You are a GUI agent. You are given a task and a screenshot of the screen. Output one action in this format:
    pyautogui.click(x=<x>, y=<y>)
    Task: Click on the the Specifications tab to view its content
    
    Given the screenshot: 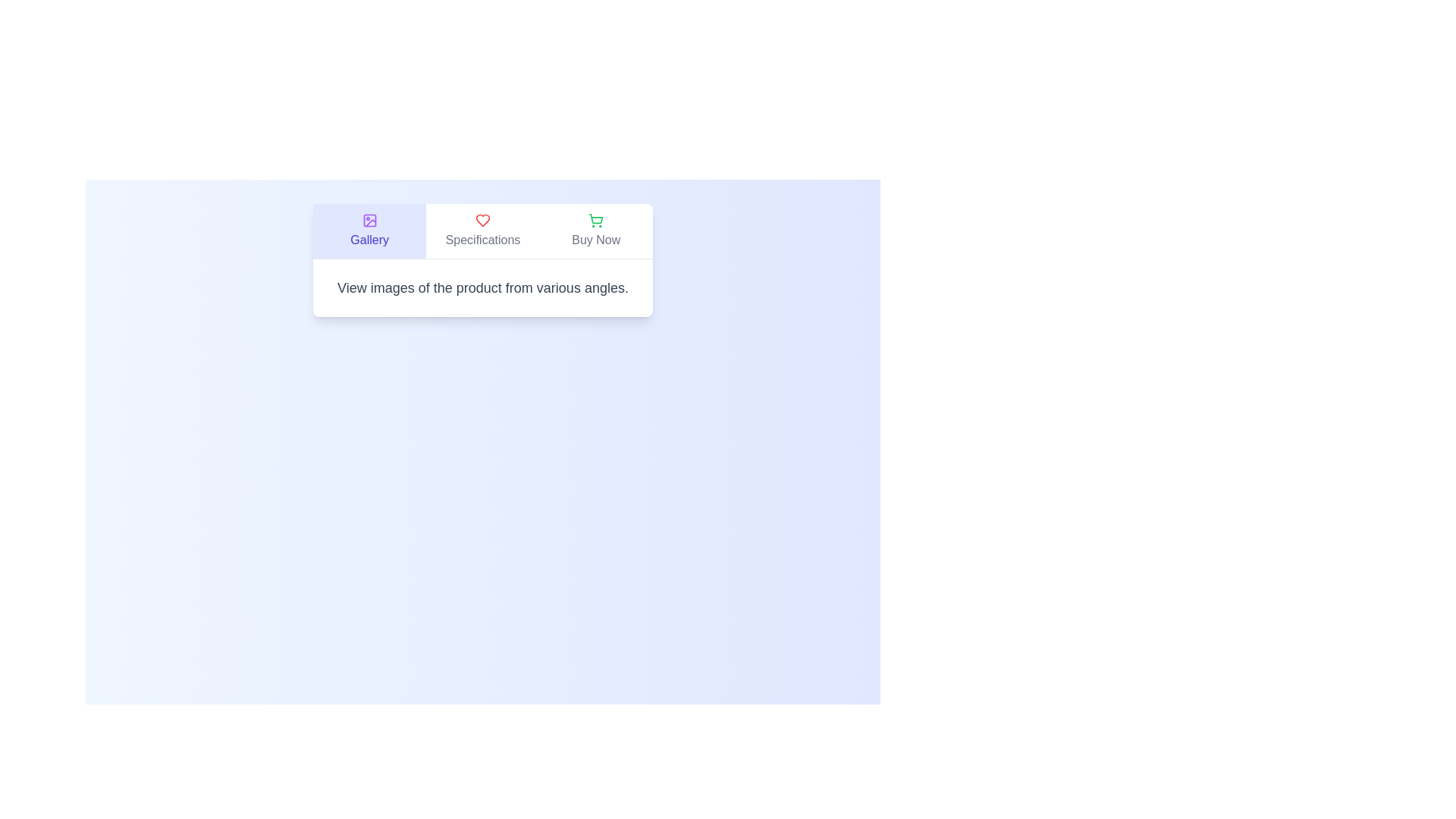 What is the action you would take?
    pyautogui.click(x=482, y=231)
    